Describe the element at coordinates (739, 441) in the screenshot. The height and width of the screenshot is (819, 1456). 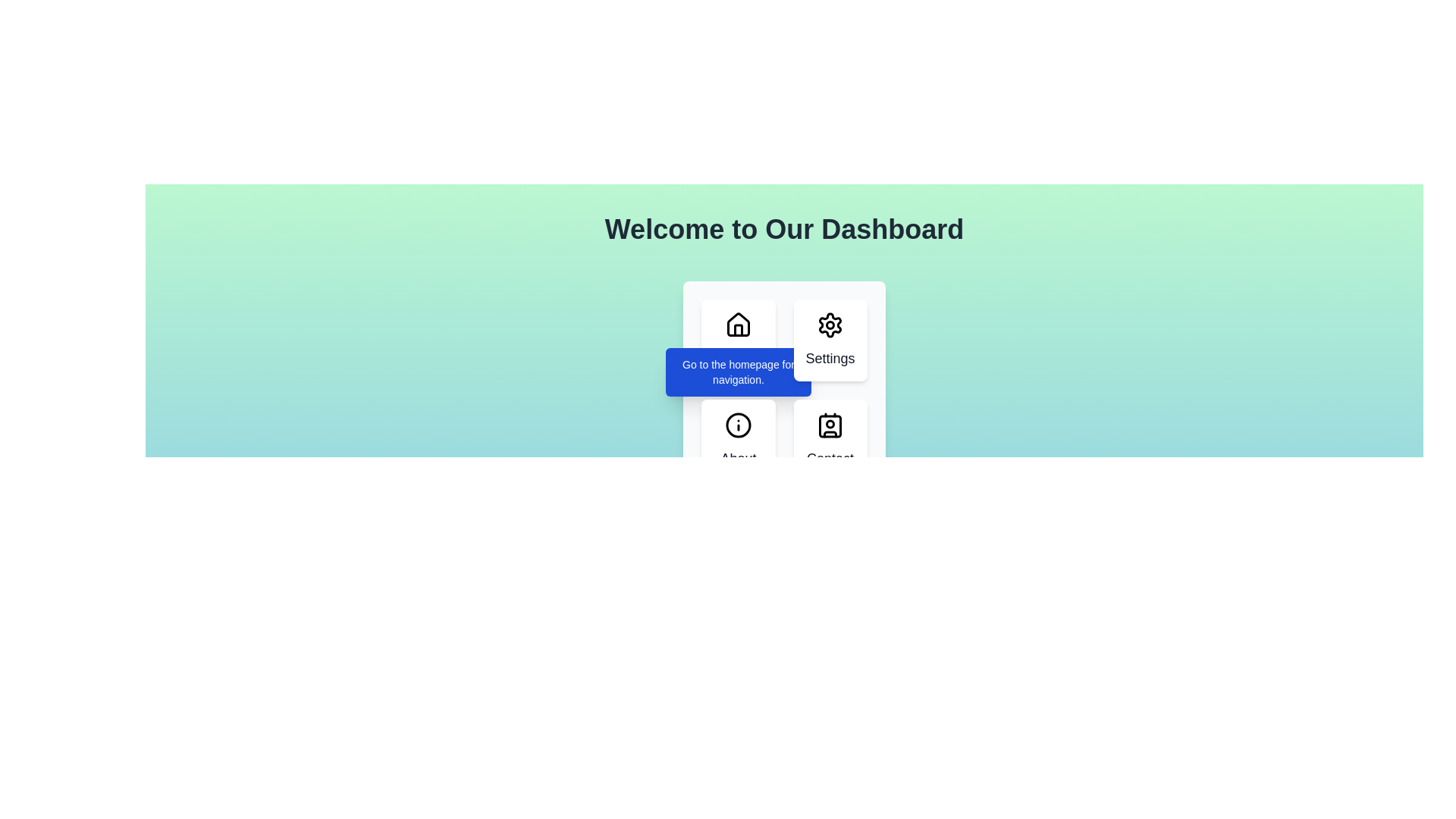
I see `the Card or Tile located in the lower-left quadrant of the dashboard` at that location.